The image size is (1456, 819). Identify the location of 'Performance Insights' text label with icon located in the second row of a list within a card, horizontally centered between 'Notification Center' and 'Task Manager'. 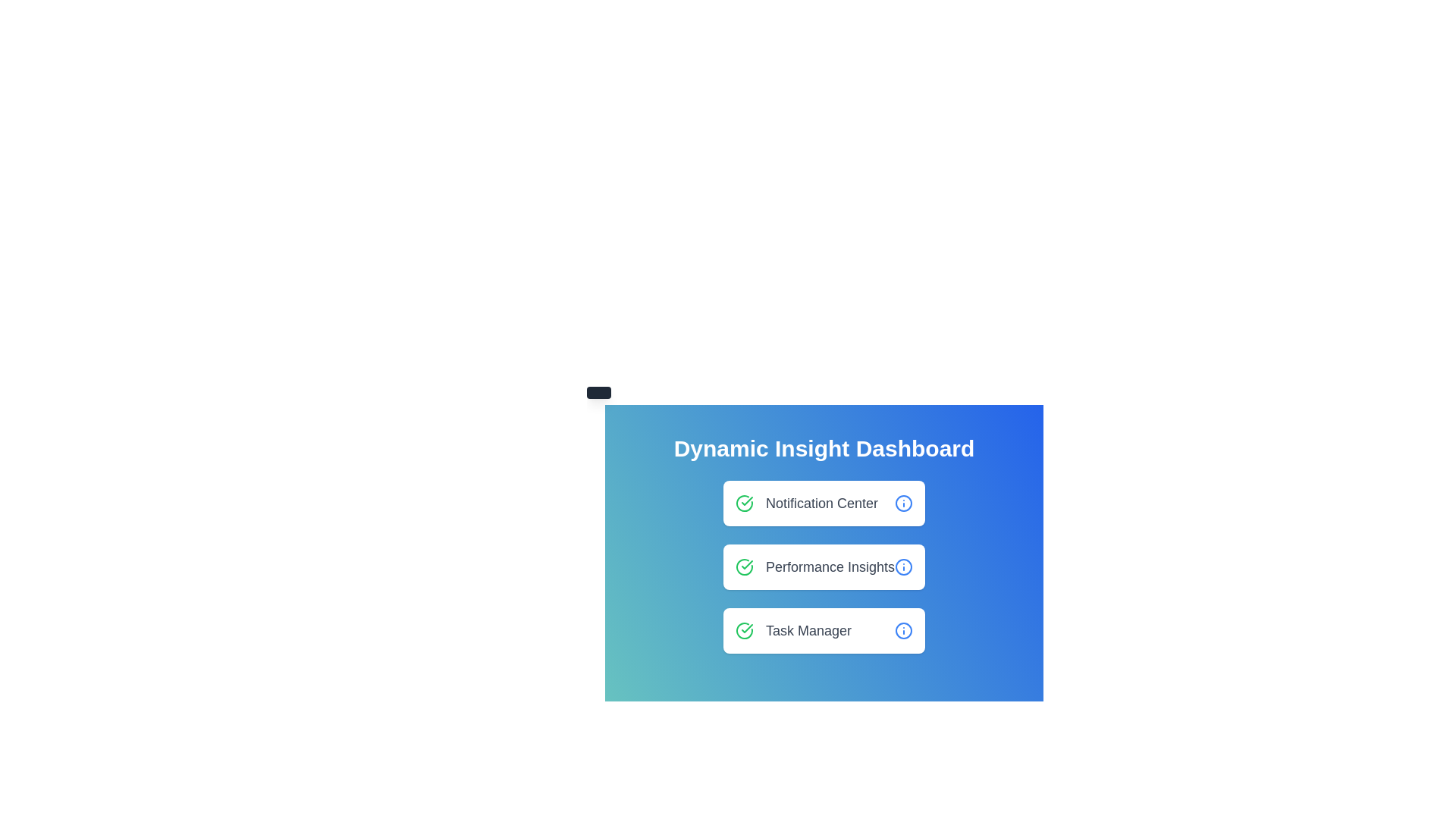
(814, 567).